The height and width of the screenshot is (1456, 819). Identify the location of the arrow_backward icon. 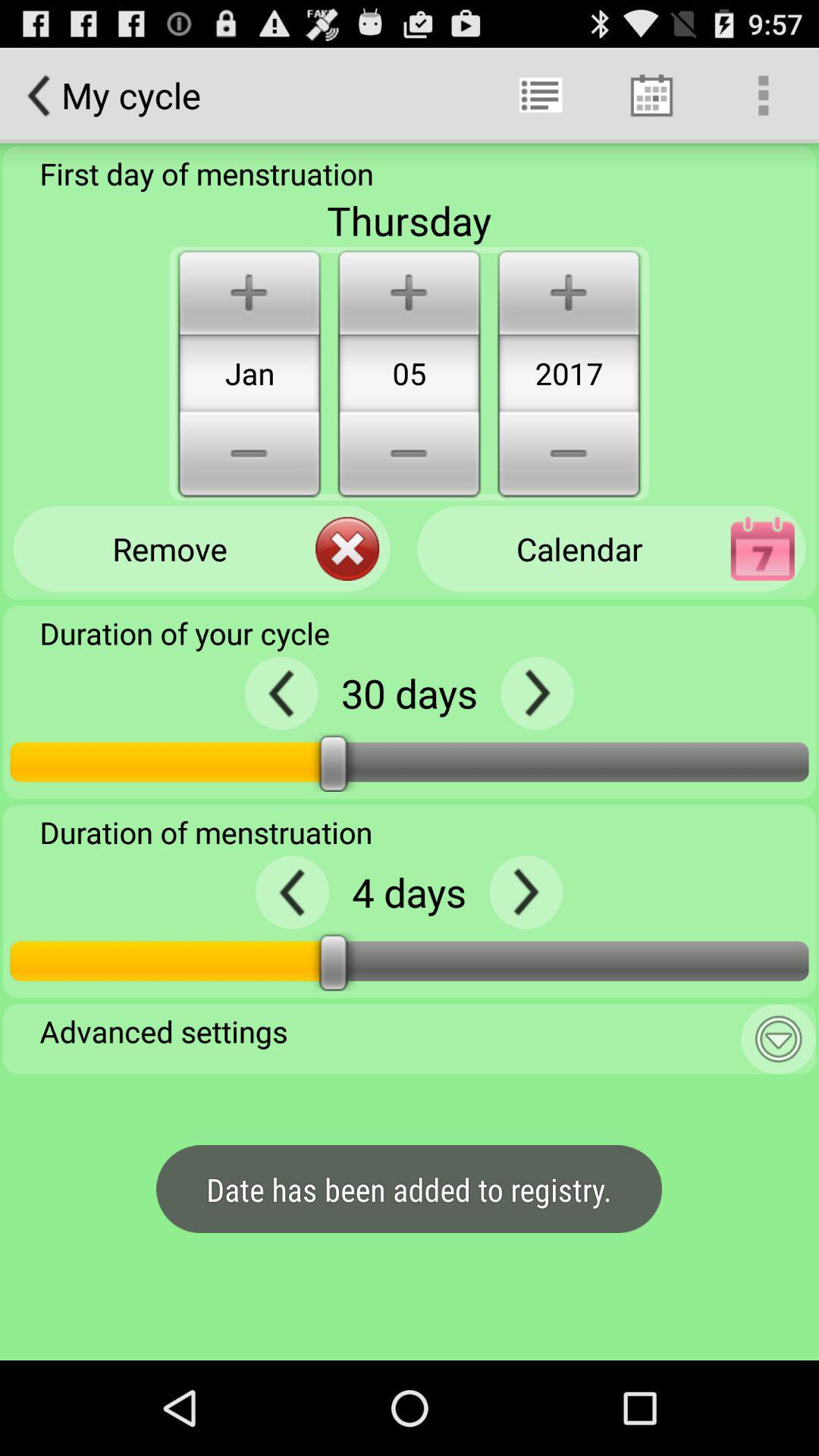
(292, 954).